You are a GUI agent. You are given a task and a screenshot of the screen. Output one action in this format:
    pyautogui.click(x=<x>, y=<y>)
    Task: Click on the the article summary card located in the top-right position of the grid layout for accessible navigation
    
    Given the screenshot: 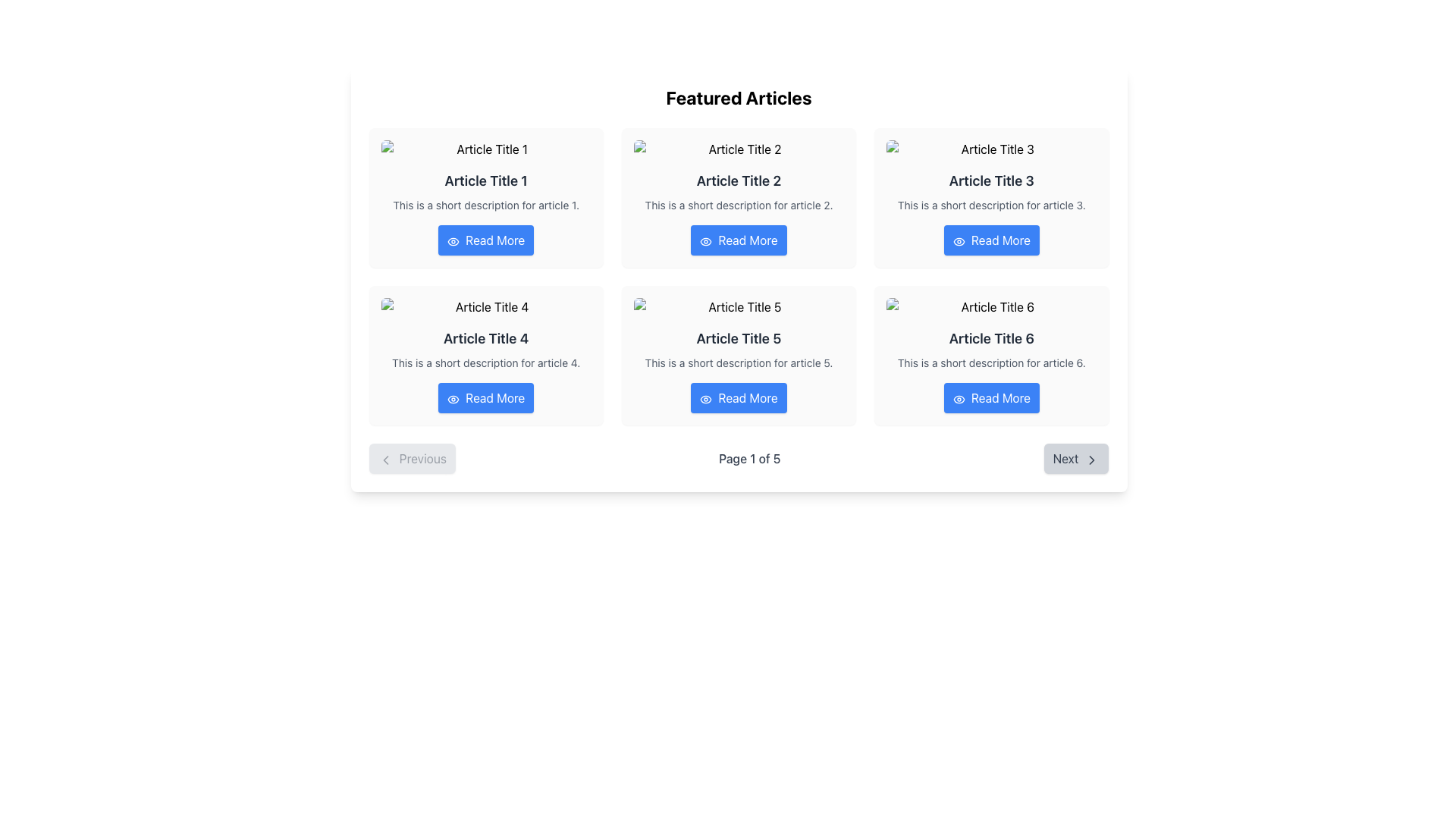 What is the action you would take?
    pyautogui.click(x=991, y=197)
    